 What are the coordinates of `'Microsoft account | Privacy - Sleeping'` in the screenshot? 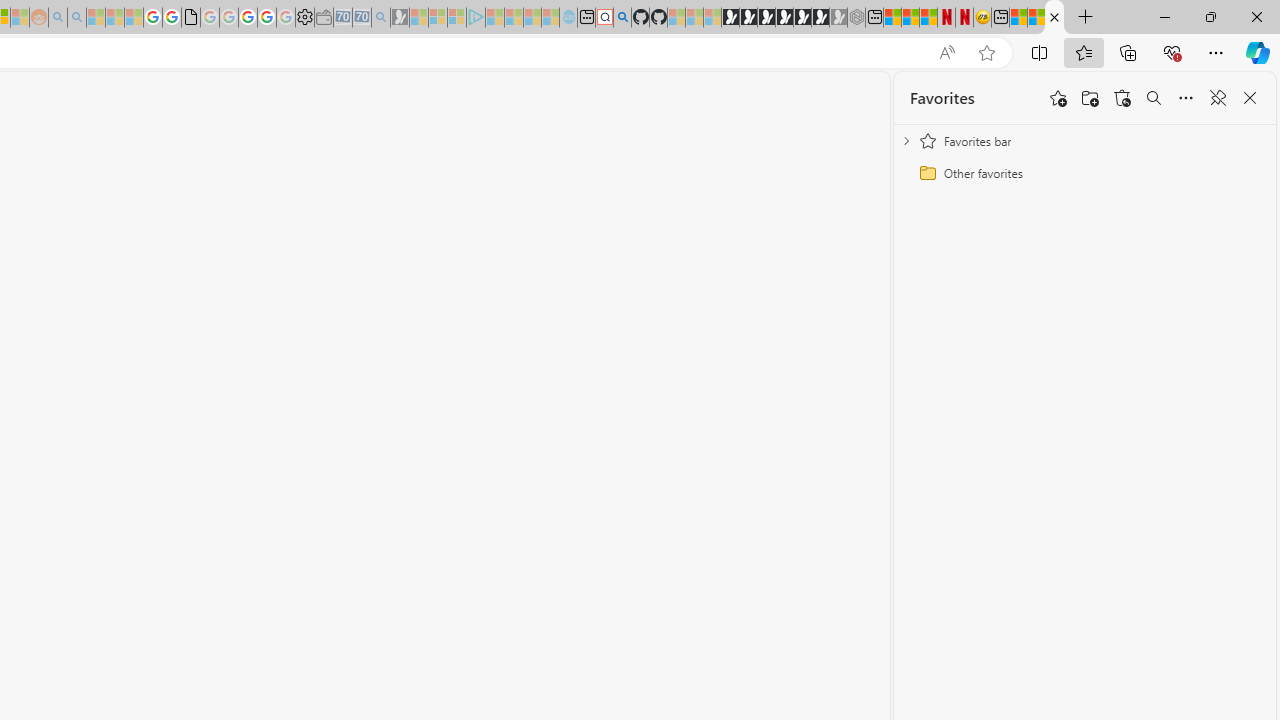 It's located at (455, 17).